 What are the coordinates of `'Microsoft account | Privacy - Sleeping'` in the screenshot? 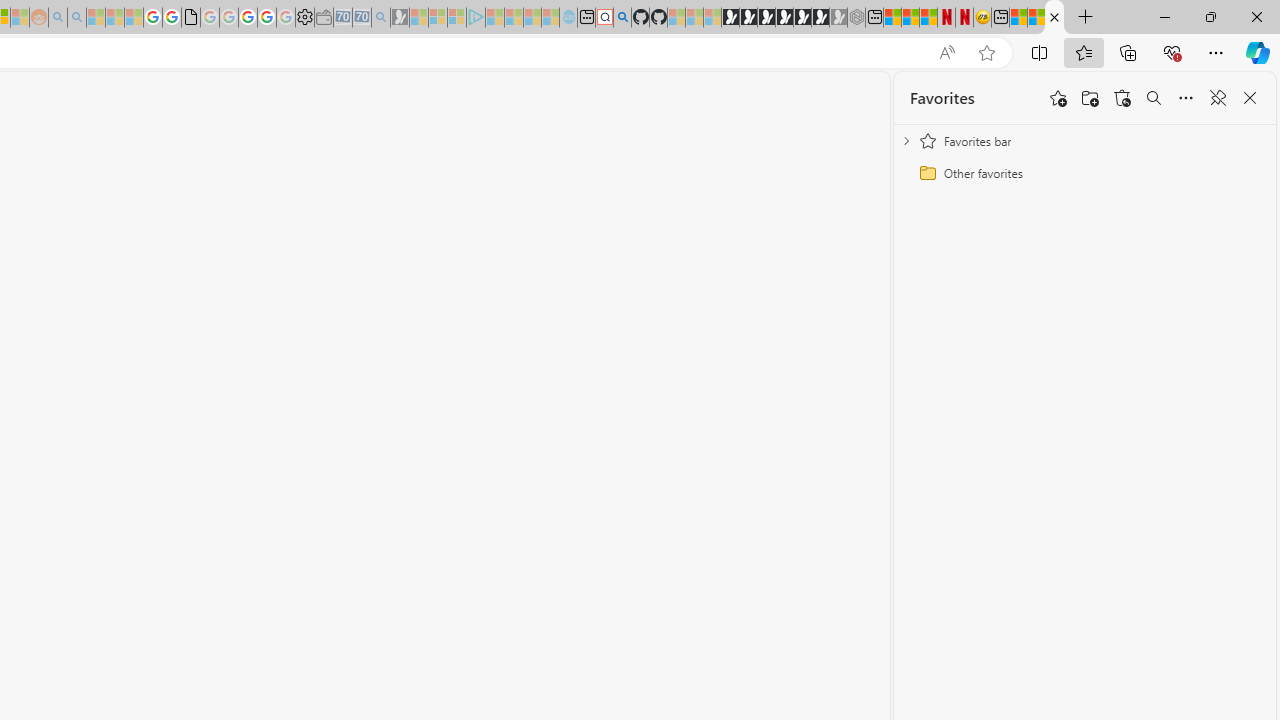 It's located at (455, 17).